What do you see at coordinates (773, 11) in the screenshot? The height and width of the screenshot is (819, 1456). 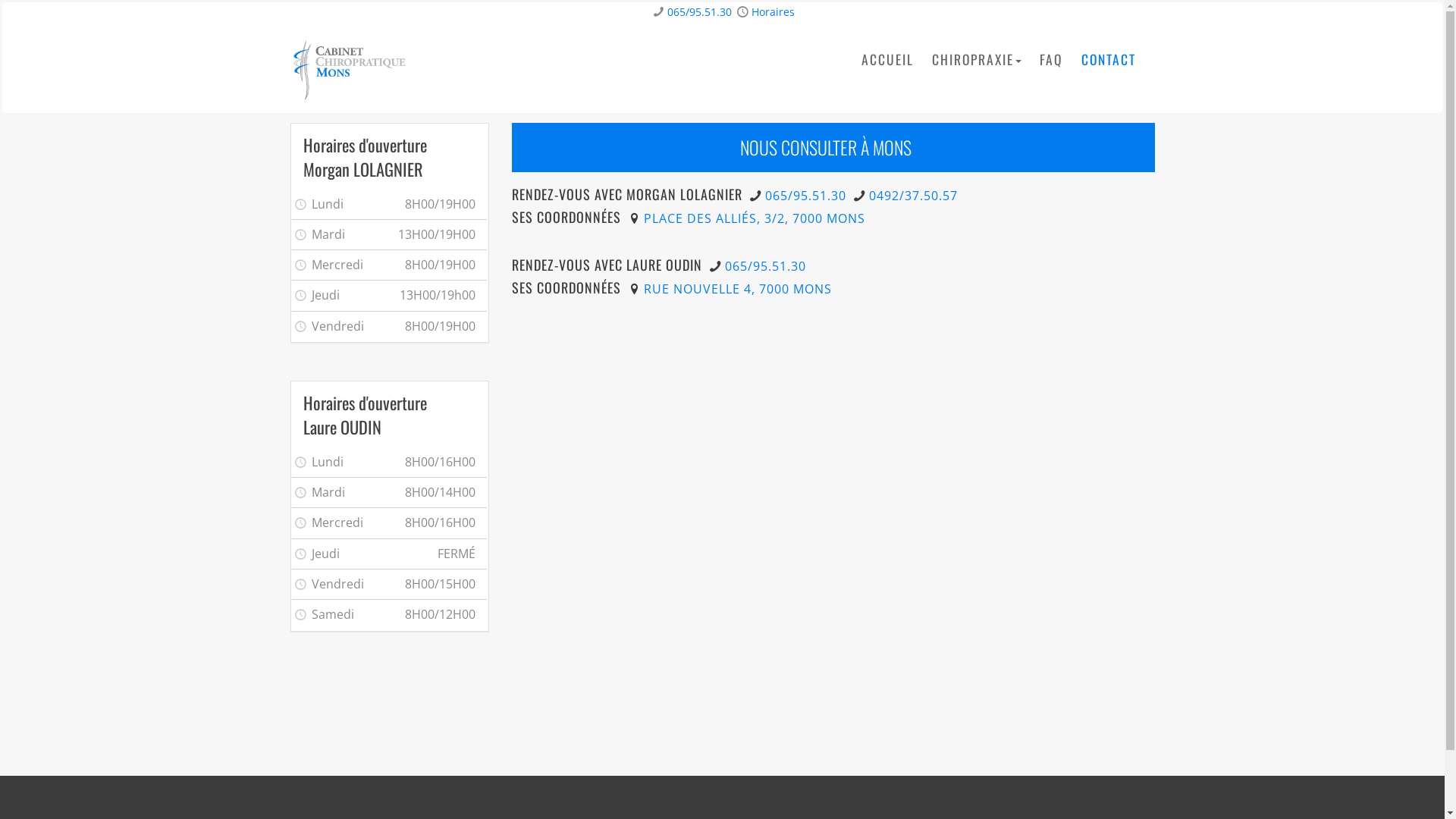 I see `'Horaires'` at bounding box center [773, 11].